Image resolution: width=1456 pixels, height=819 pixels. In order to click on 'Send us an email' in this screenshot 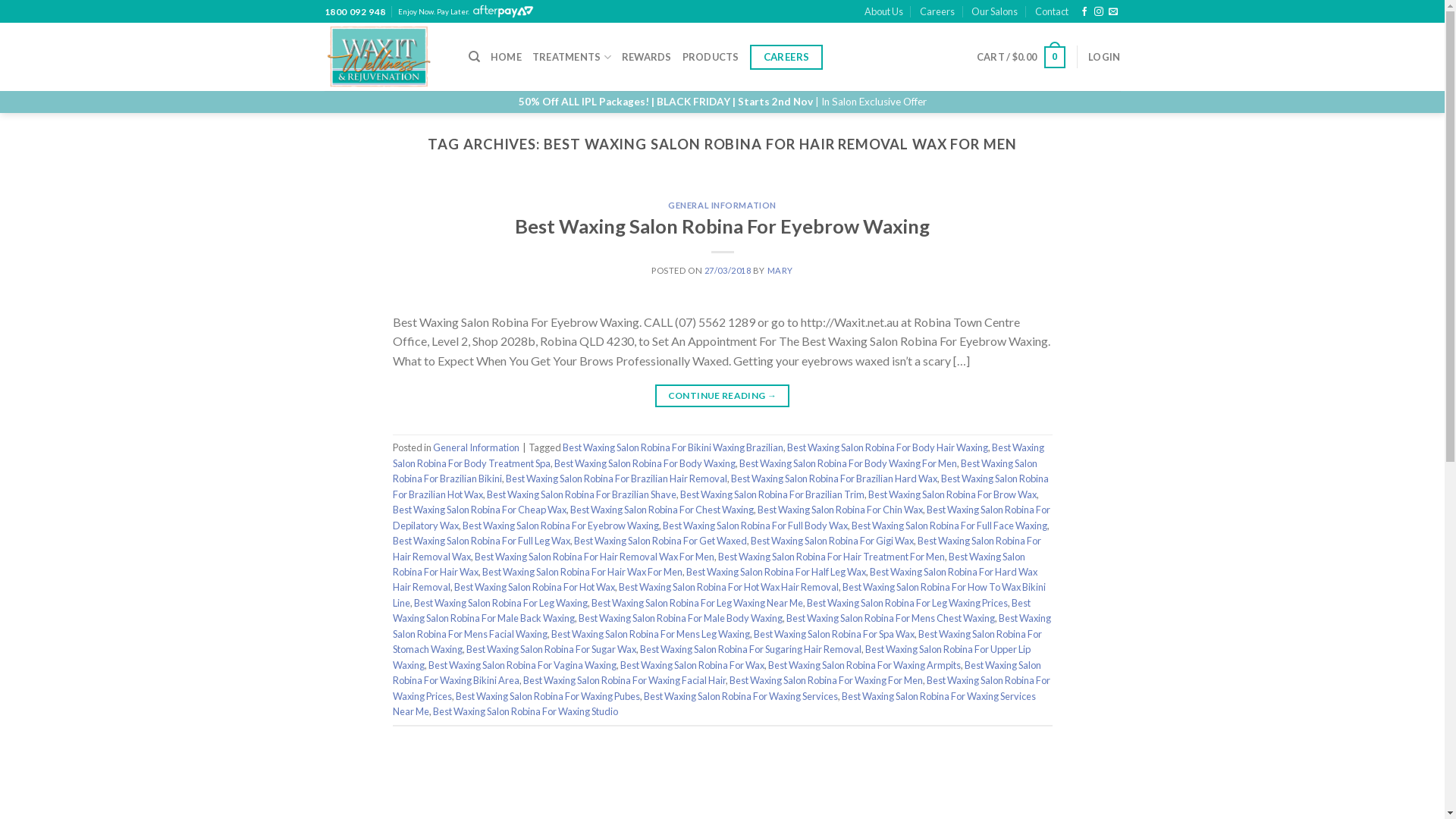, I will do `click(1113, 11)`.